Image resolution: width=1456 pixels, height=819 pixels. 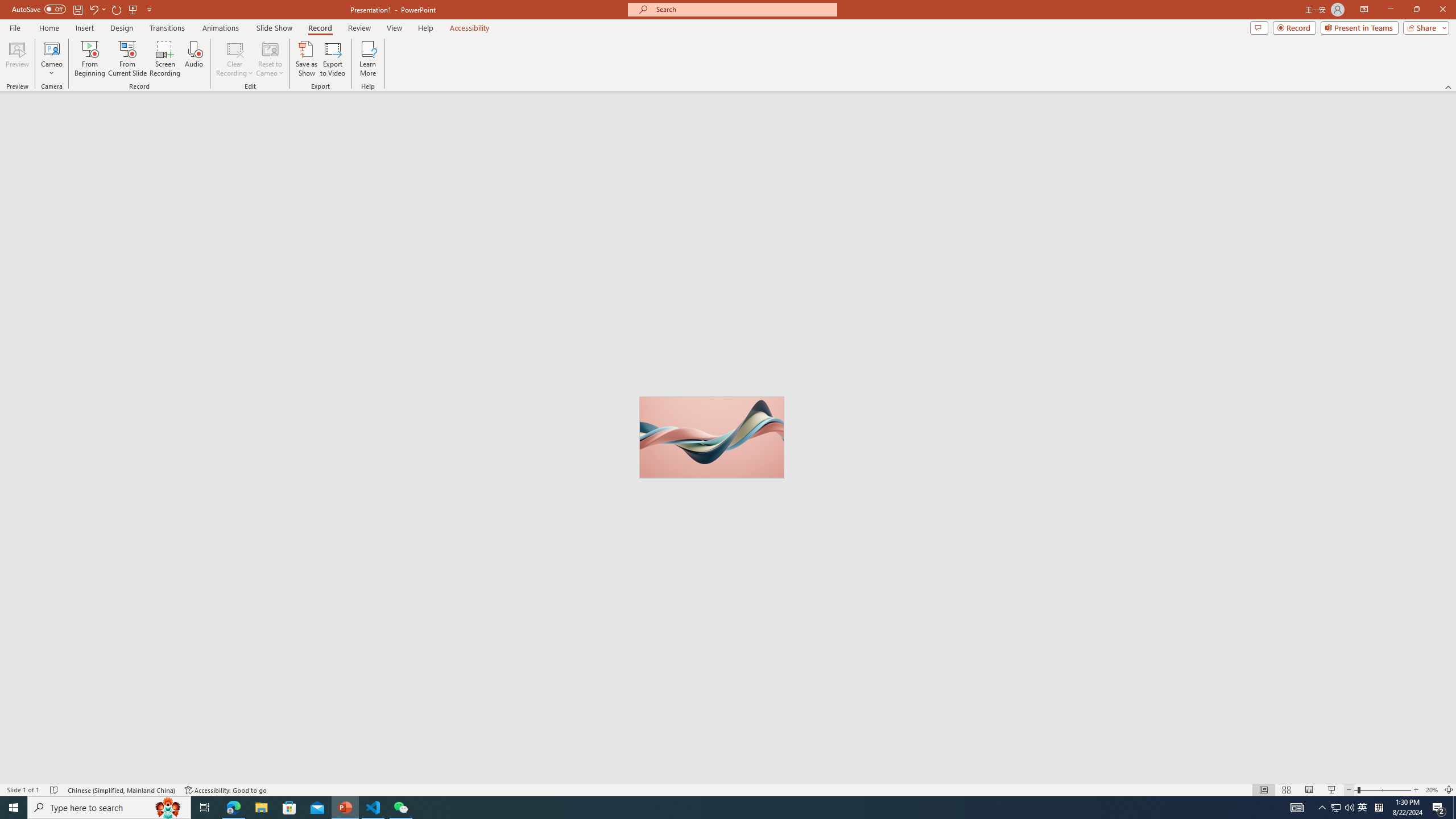 I want to click on 'Export to Video', so click(x=332, y=59).